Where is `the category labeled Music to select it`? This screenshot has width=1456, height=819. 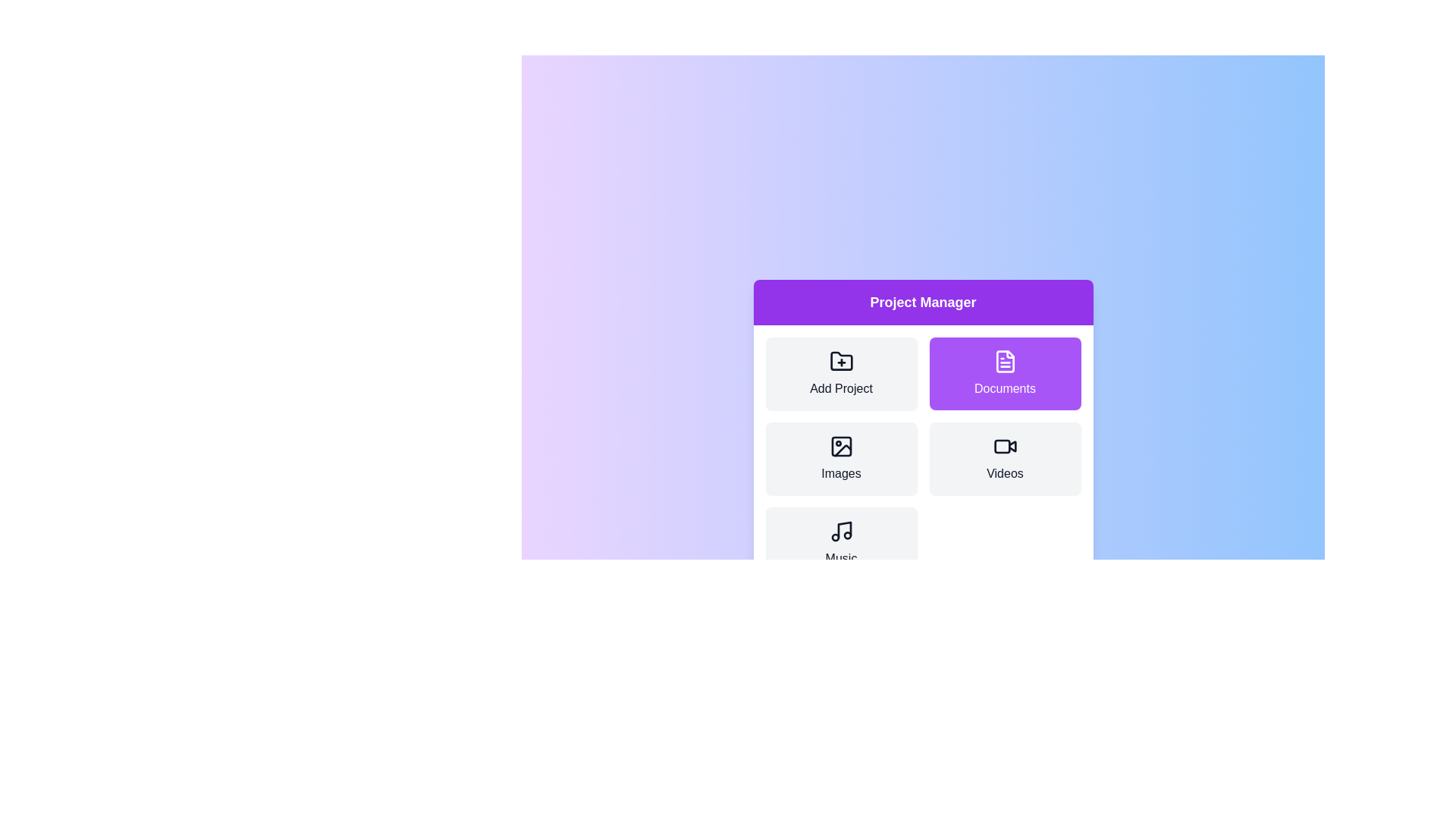 the category labeled Music to select it is located at coordinates (840, 543).